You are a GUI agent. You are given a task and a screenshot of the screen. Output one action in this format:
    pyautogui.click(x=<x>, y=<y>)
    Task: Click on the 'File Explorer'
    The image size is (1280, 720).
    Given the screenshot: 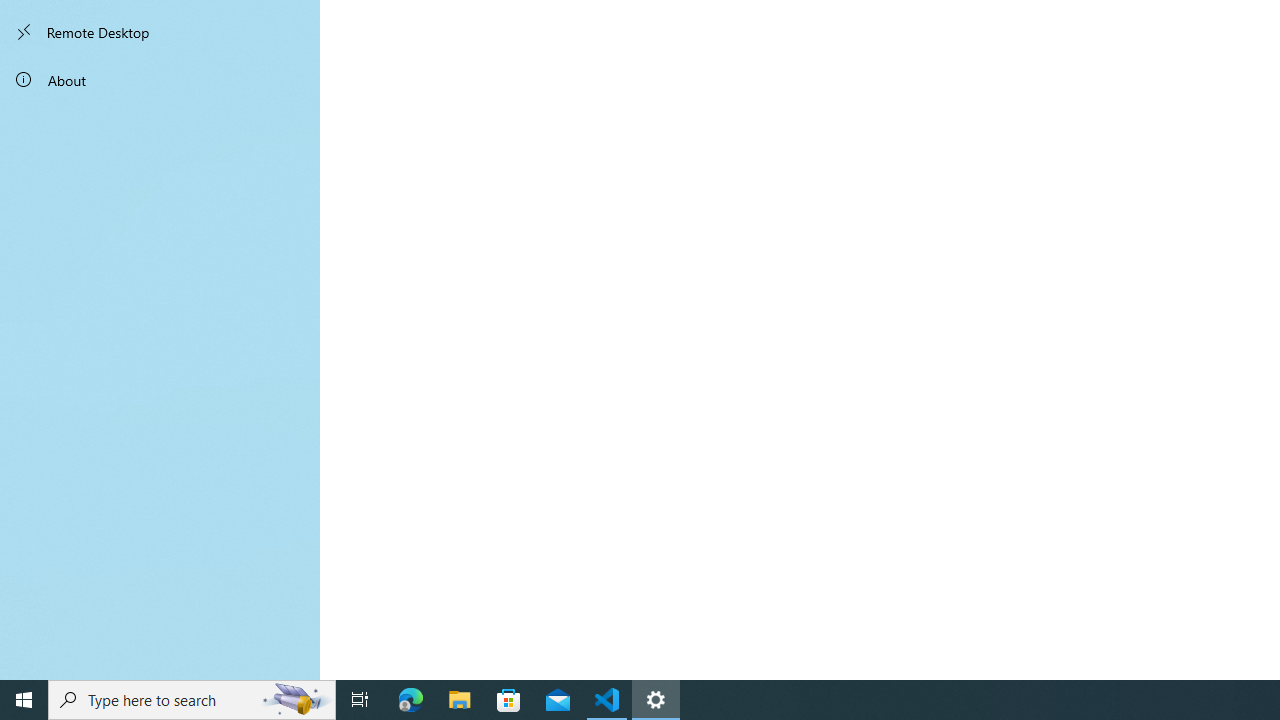 What is the action you would take?
    pyautogui.click(x=459, y=698)
    